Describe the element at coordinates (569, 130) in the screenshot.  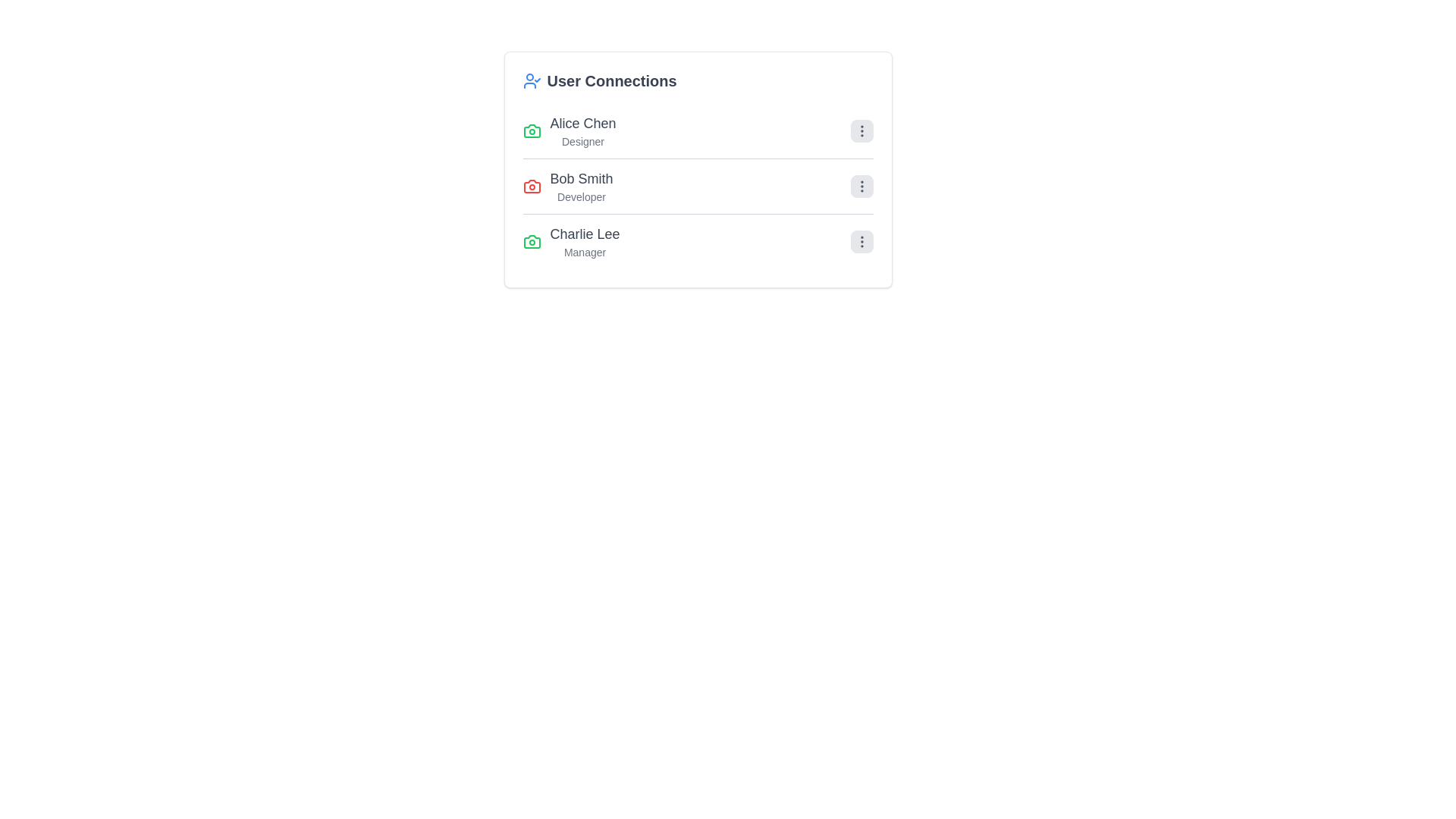
I see `the List item displaying 'Alice Chen' with a green camera icon, located in the top-left section of the User Connections area` at that location.